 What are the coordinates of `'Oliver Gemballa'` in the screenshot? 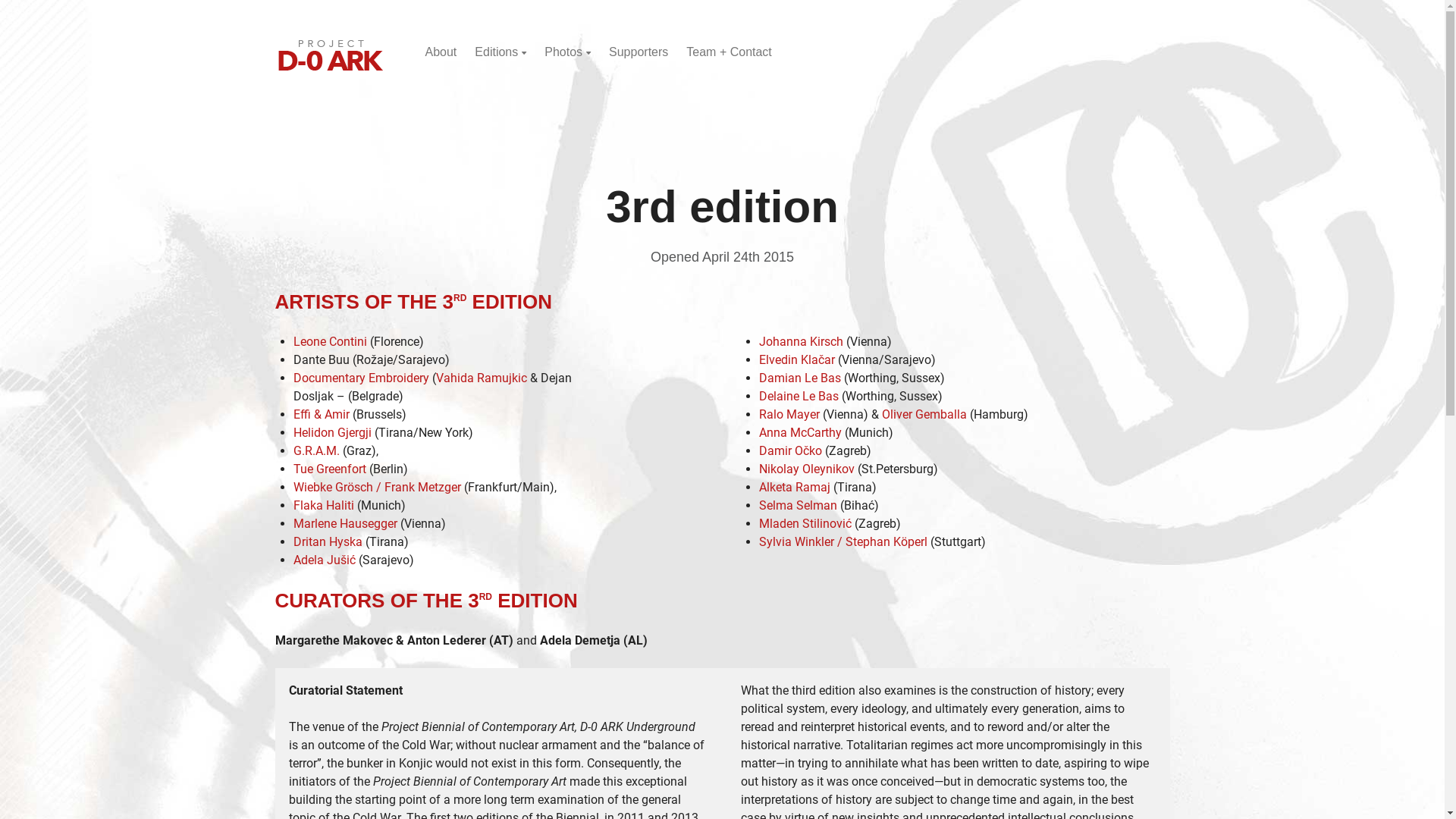 It's located at (923, 414).